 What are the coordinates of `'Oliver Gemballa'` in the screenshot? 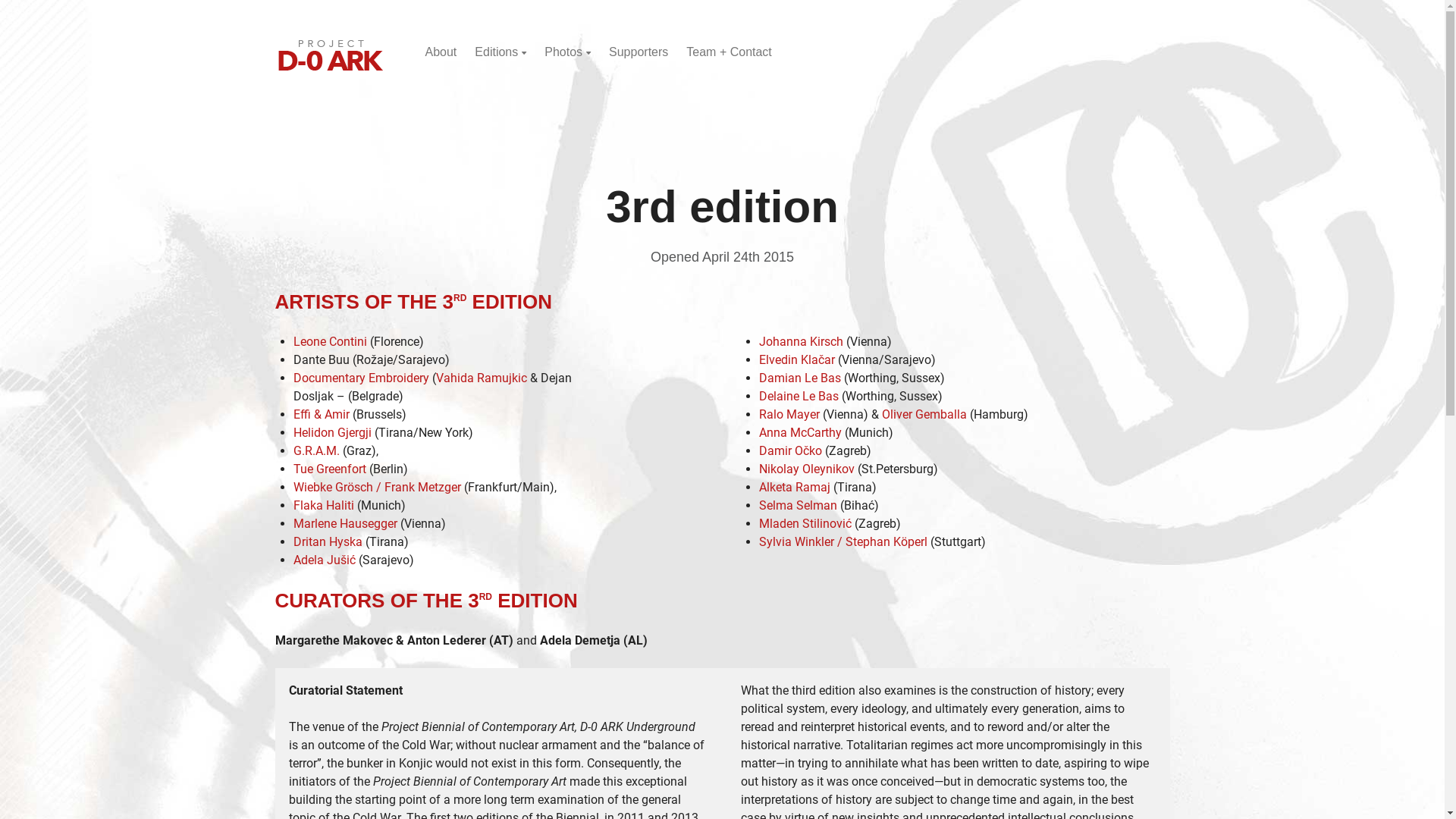 It's located at (923, 414).